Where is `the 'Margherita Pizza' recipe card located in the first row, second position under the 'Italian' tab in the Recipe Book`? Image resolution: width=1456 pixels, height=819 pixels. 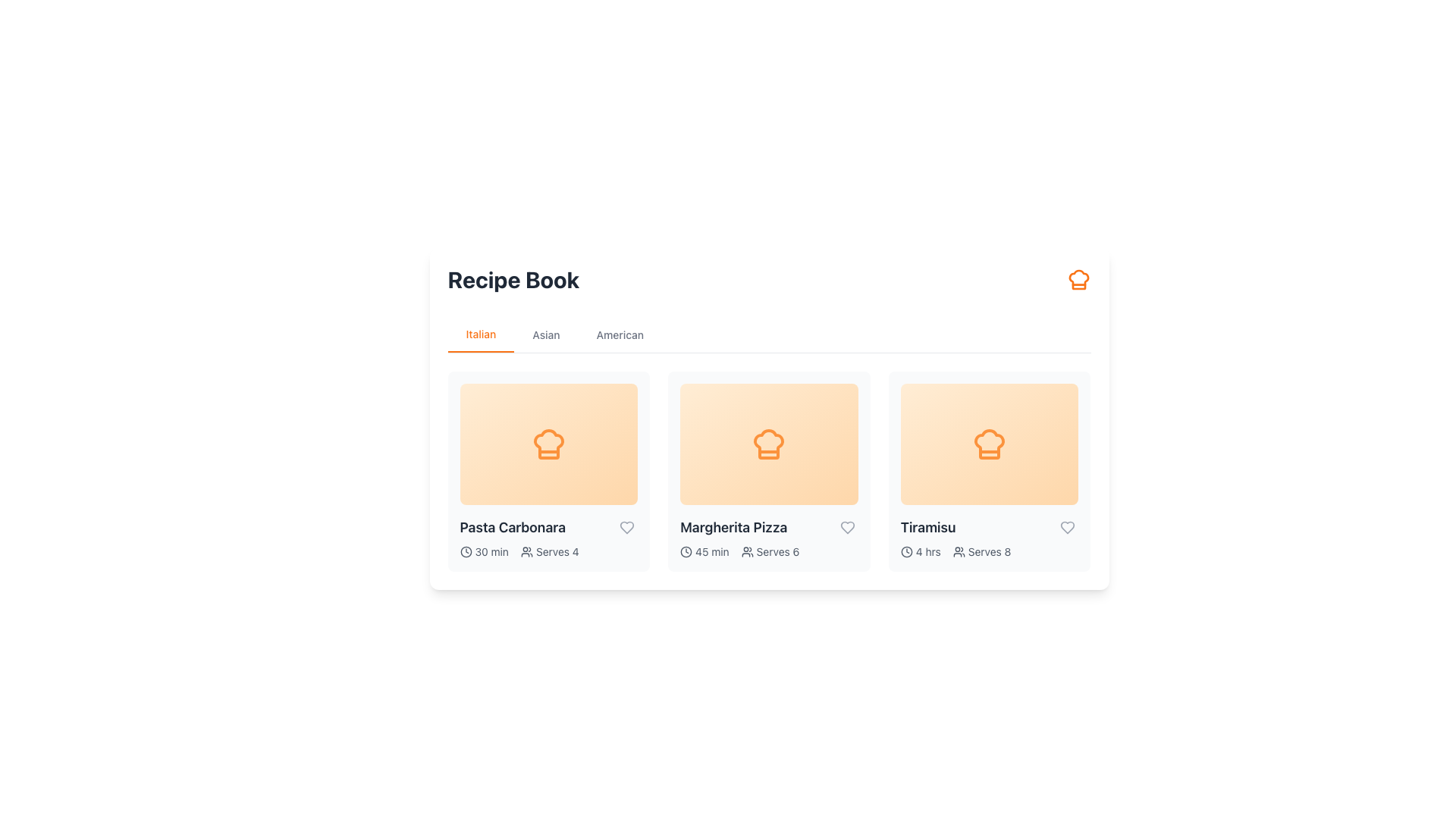
the 'Margherita Pizza' recipe card located in the first row, second position under the 'Italian' tab in the Recipe Book is located at coordinates (769, 444).